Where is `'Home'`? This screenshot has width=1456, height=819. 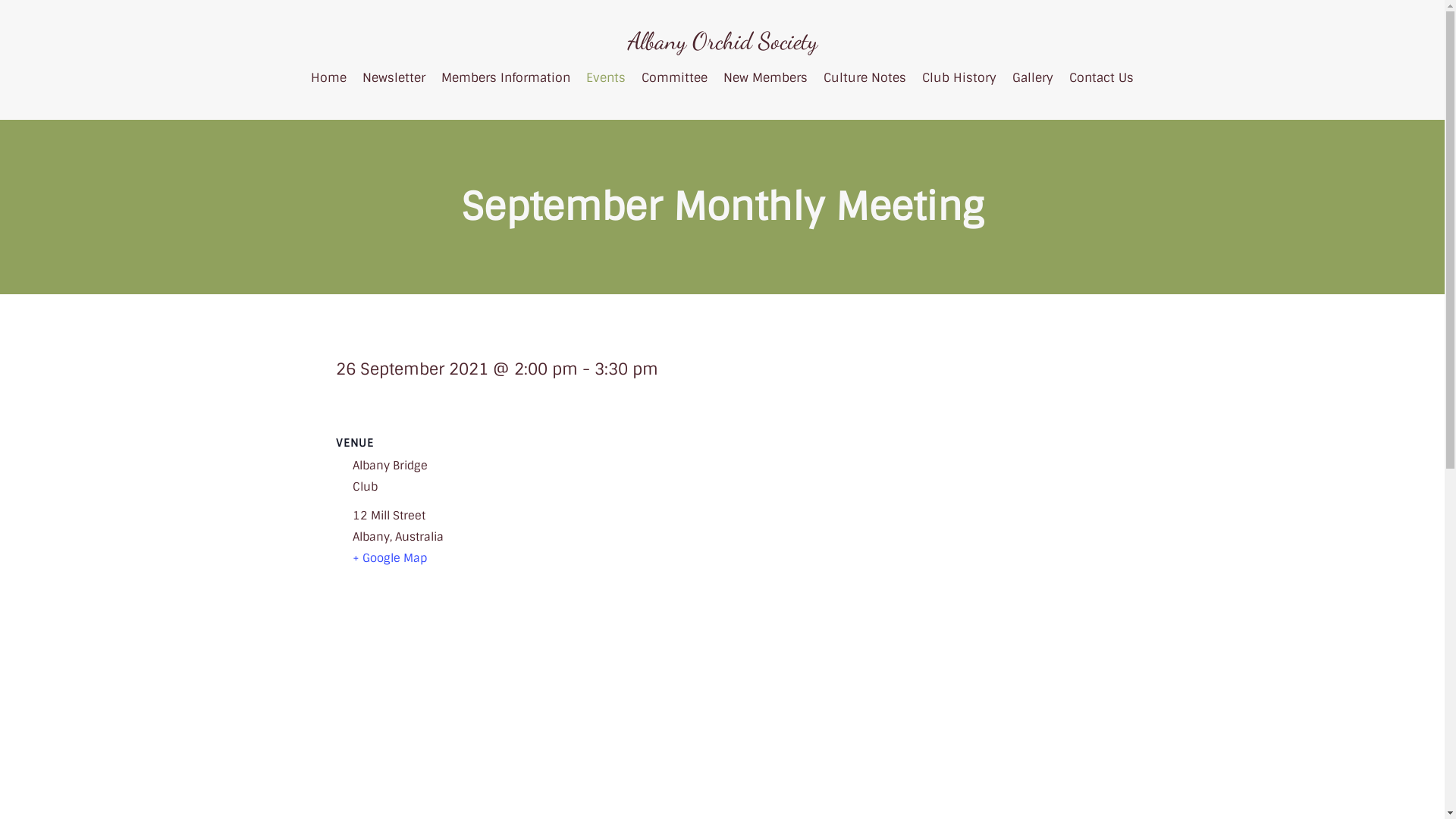 'Home' is located at coordinates (303, 76).